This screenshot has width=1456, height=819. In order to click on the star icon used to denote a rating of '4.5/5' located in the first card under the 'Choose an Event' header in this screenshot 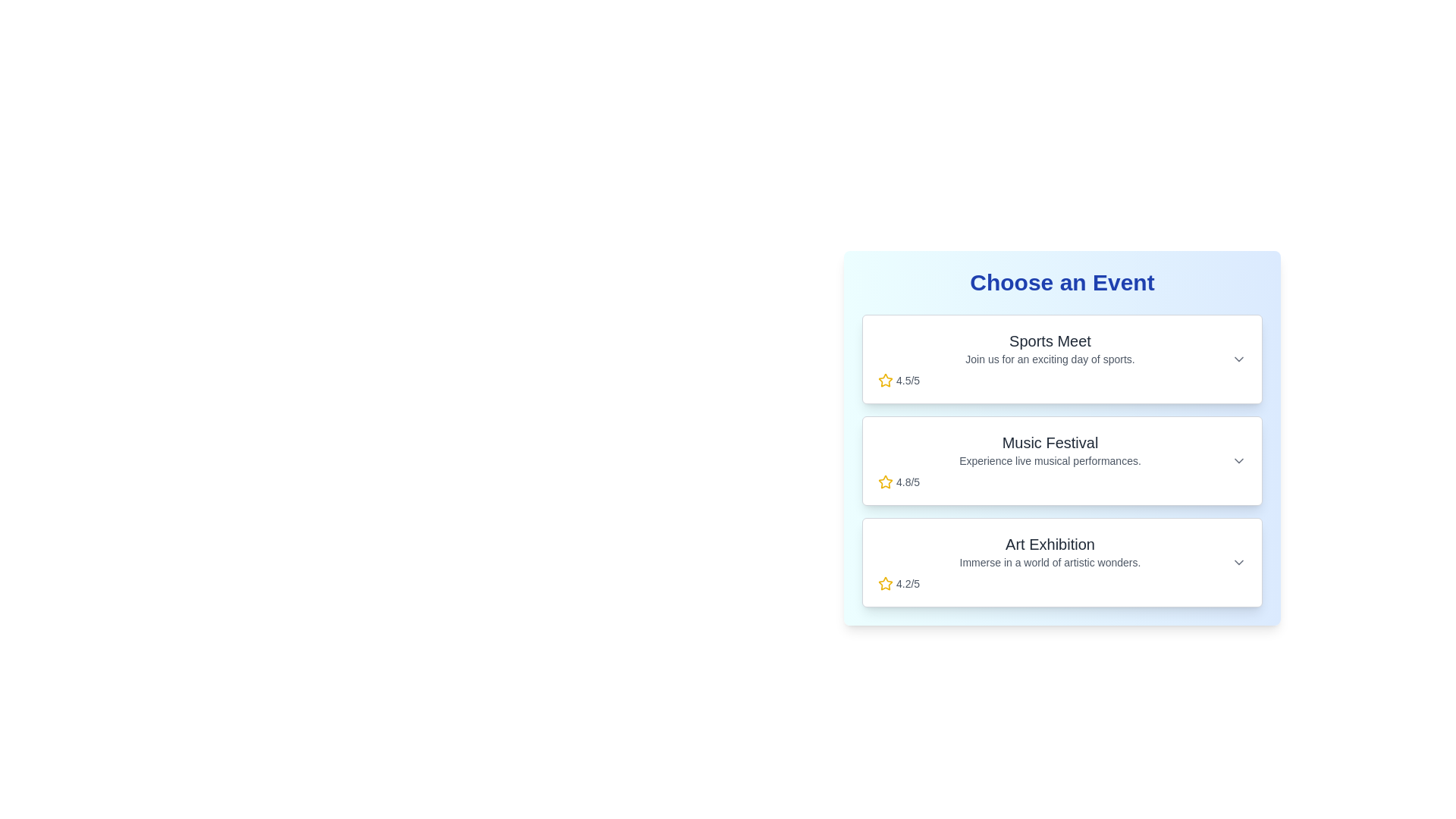, I will do `click(885, 379)`.